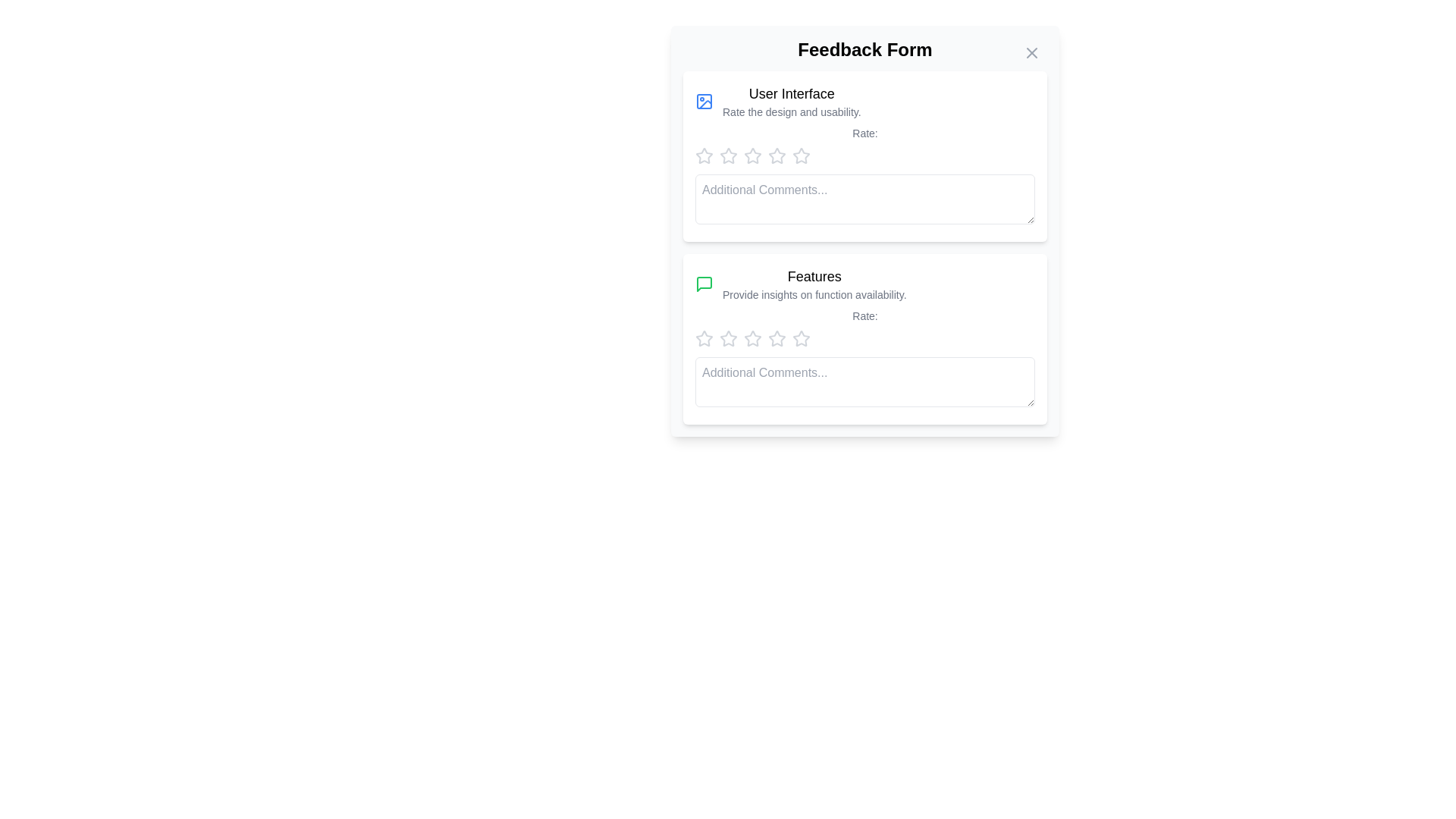  Describe the element at coordinates (728, 155) in the screenshot. I see `the second star icon in the 'User Interface' section of the feedback form` at that location.